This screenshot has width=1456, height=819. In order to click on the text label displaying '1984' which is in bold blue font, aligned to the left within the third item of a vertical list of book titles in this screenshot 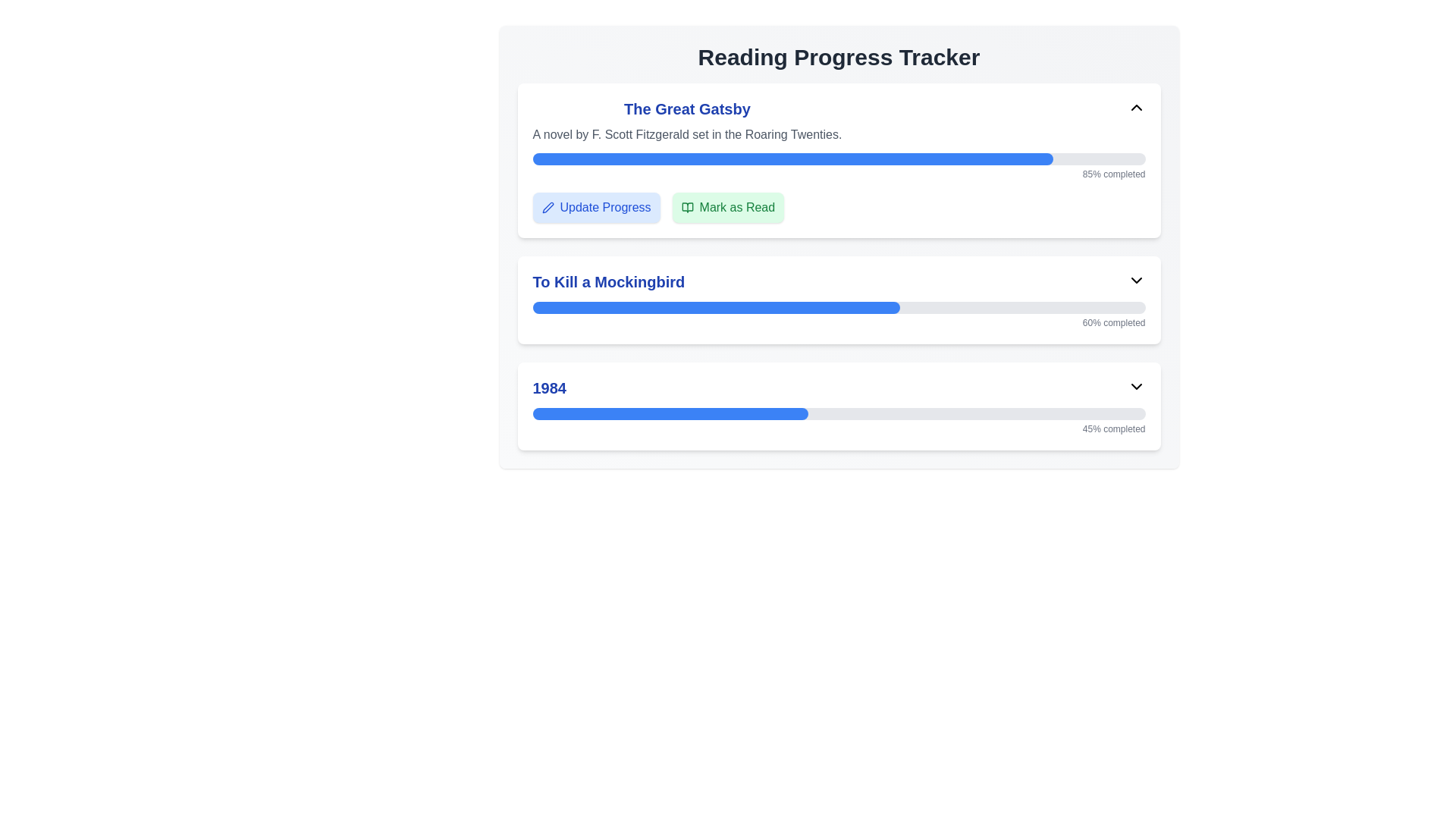, I will do `click(548, 388)`.